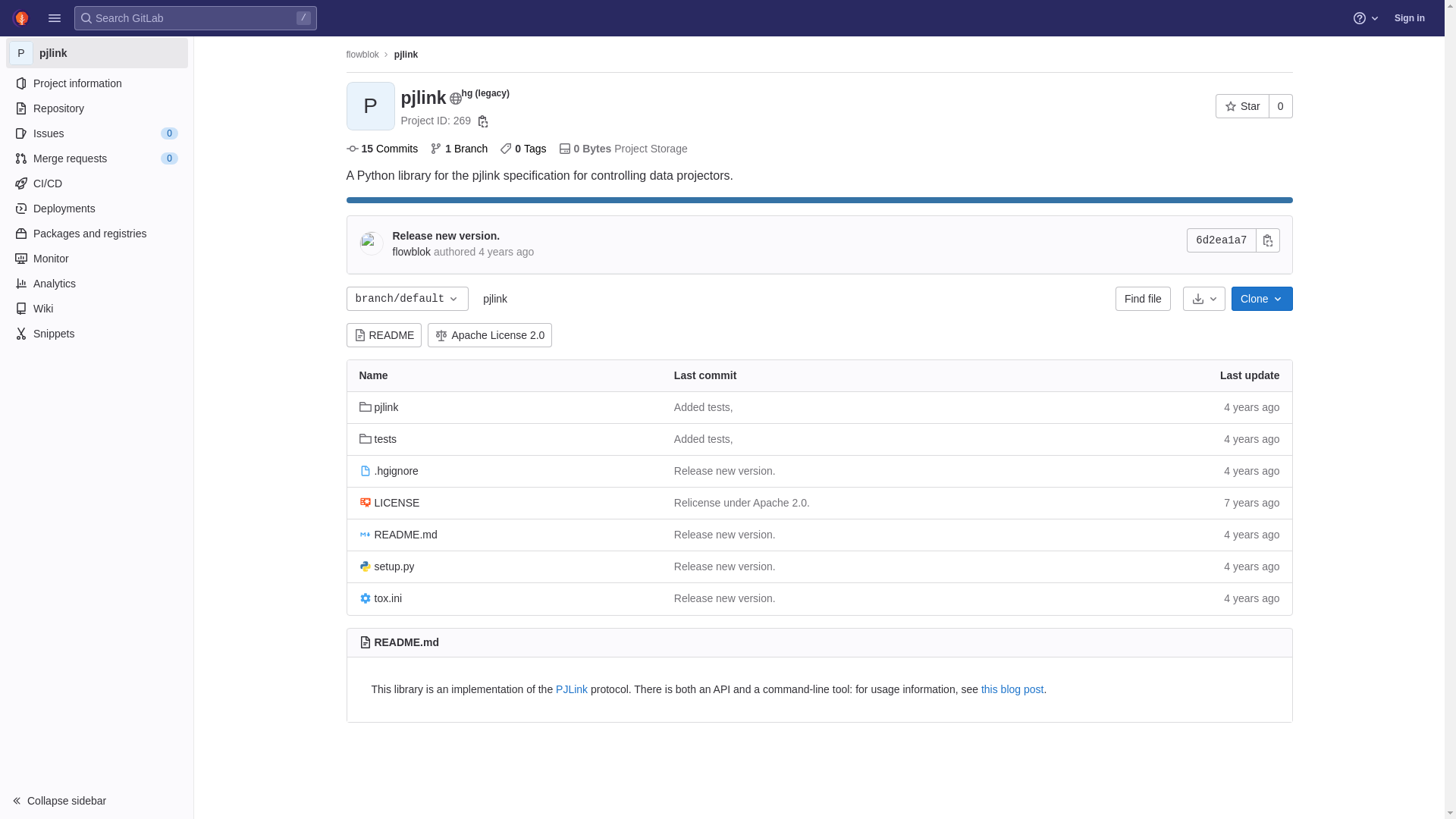 This screenshot has width=1456, height=819. What do you see at coordinates (742, 503) in the screenshot?
I see `'Relicense under Apache 2.0.'` at bounding box center [742, 503].